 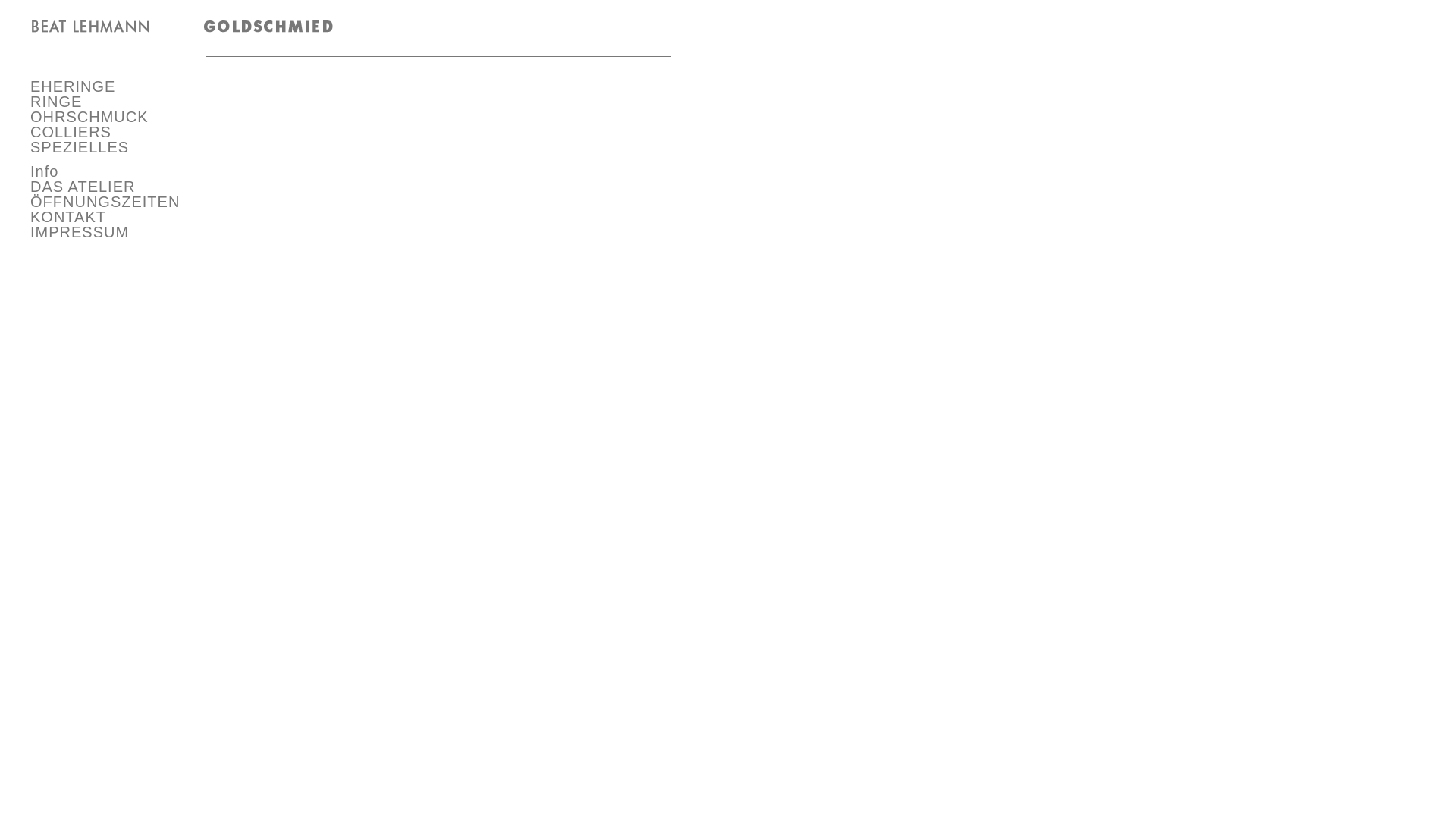 What do you see at coordinates (79, 146) in the screenshot?
I see `'SPEZIELLES'` at bounding box center [79, 146].